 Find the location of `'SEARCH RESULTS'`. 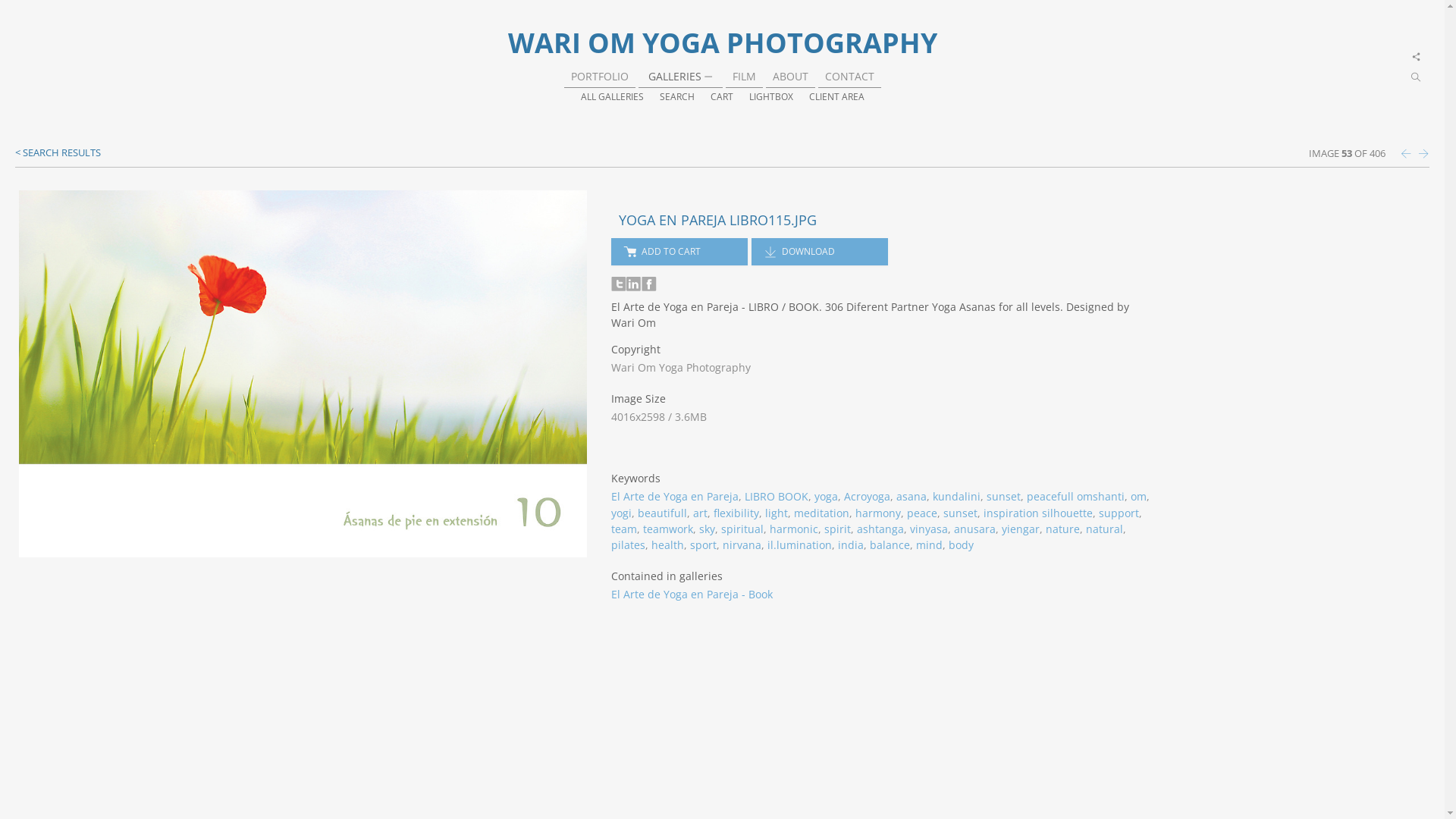

'SEARCH RESULTS' is located at coordinates (58, 152).